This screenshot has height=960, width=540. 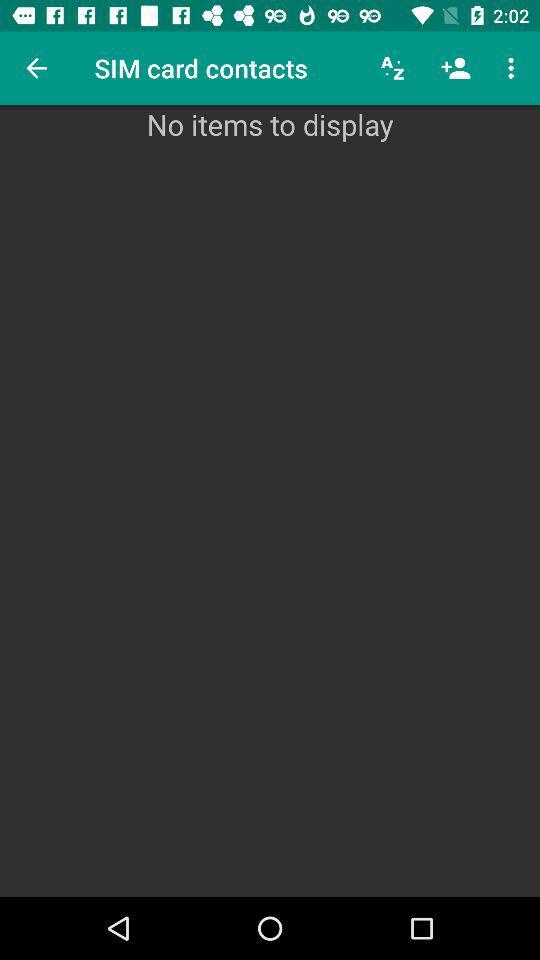 What do you see at coordinates (513, 68) in the screenshot?
I see `the icon above no items to` at bounding box center [513, 68].